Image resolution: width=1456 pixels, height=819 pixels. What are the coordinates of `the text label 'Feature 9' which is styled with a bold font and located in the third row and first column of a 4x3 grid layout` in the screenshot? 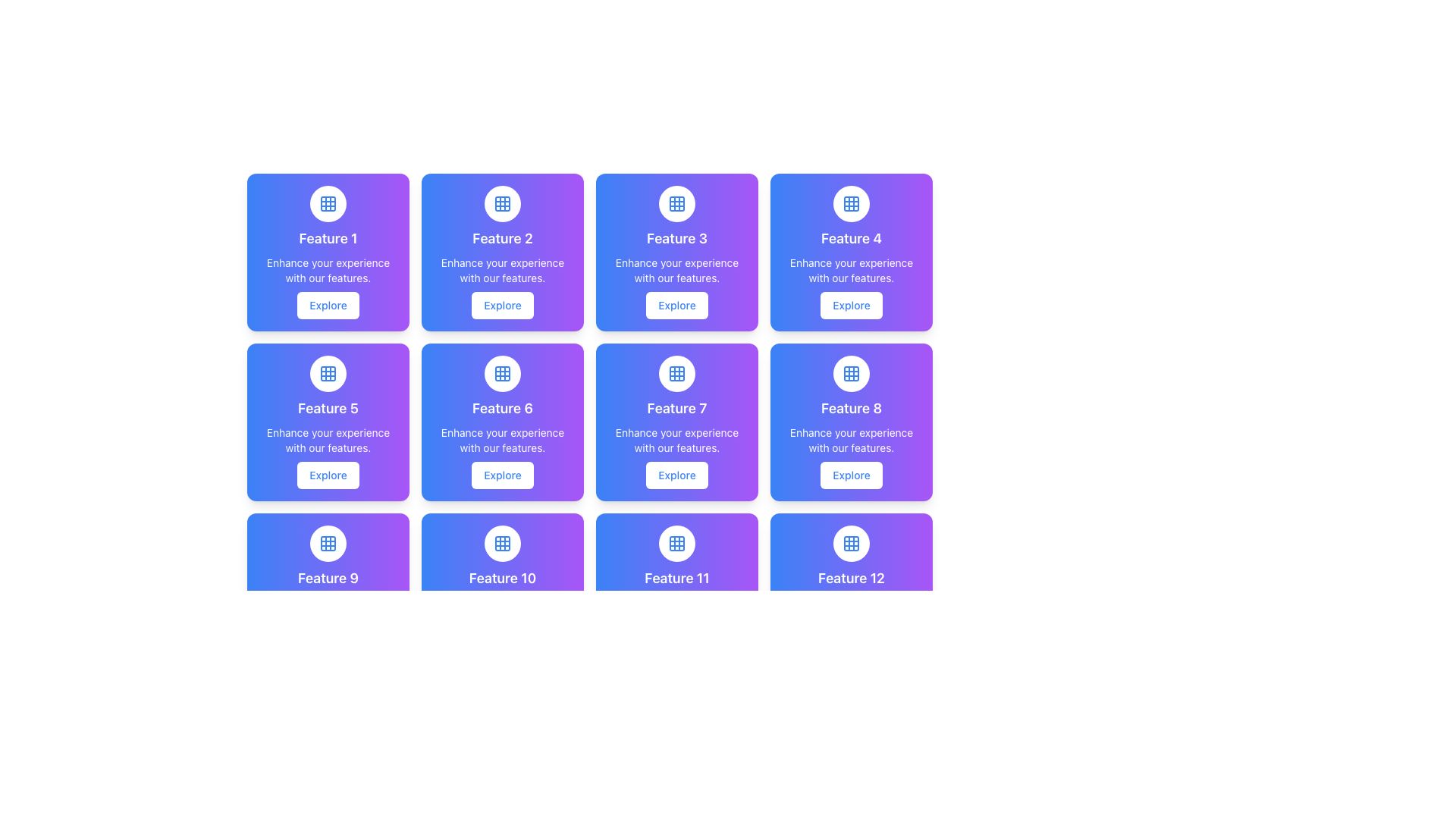 It's located at (327, 579).